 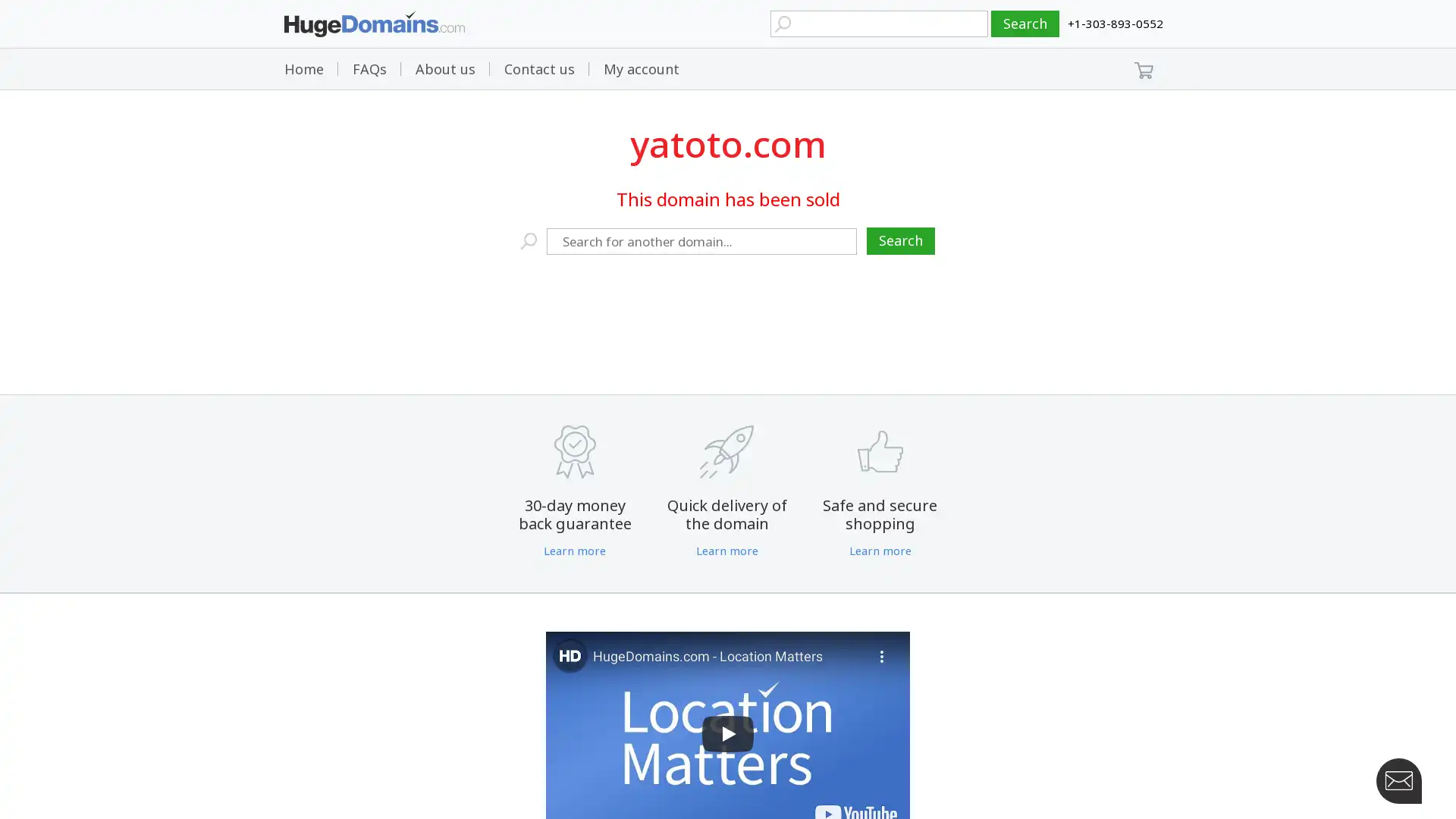 What do you see at coordinates (901, 240) in the screenshot?
I see `Search` at bounding box center [901, 240].